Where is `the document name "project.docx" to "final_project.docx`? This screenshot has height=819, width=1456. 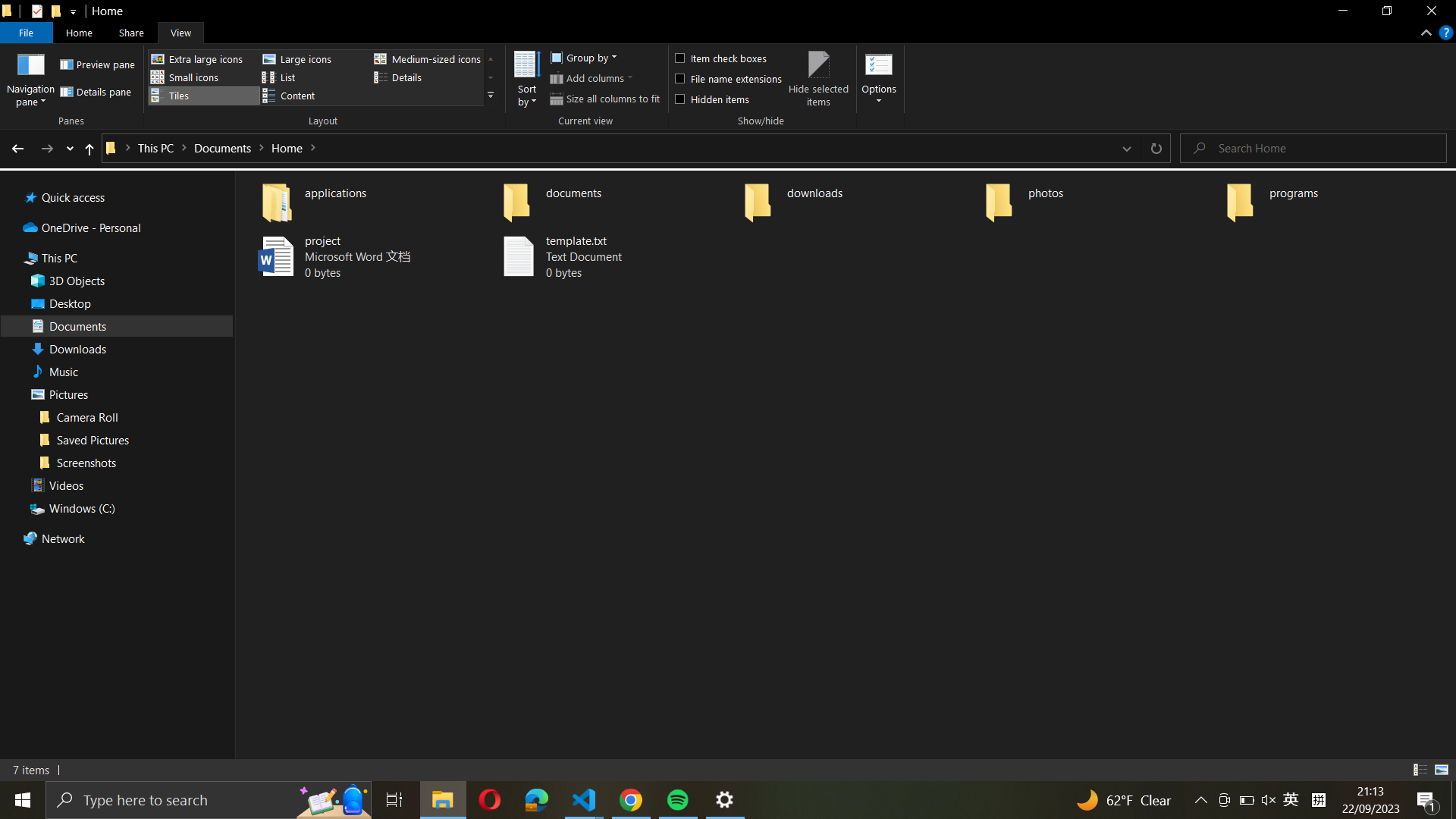
the document name "project.docx" to "final_project.docx is located at coordinates (361, 256).